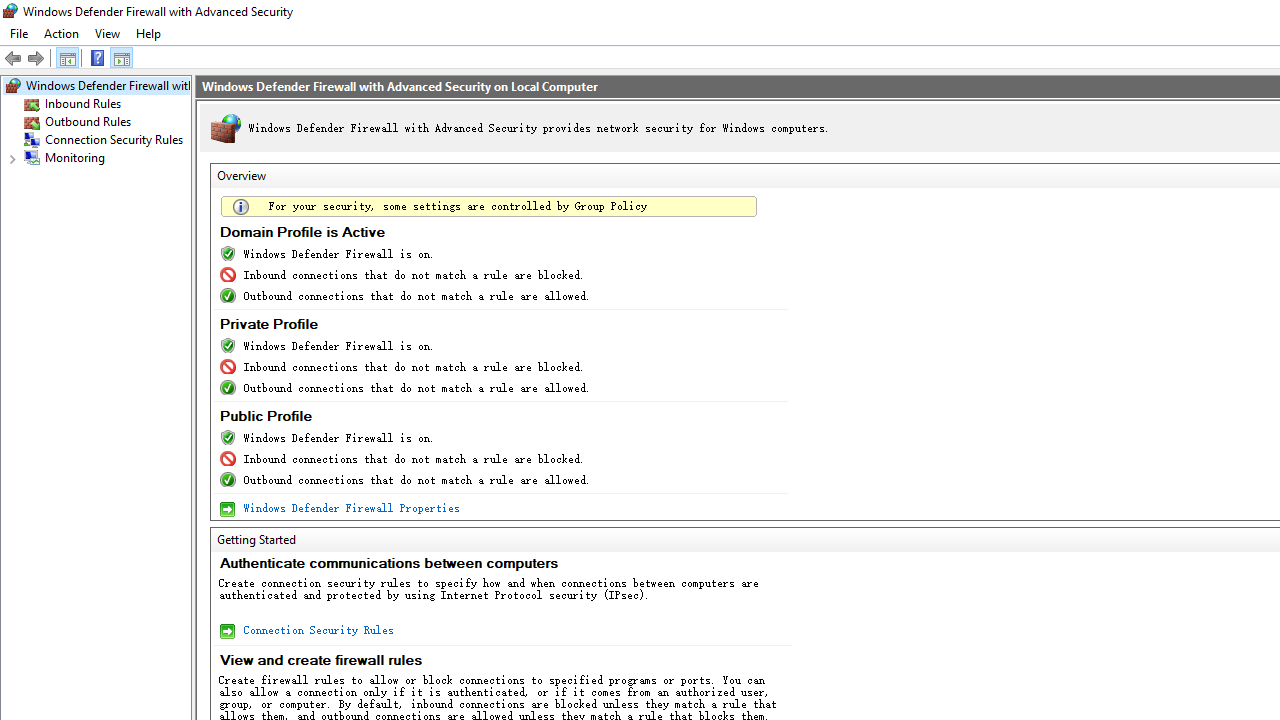 The image size is (1280, 720). I want to click on 'Show/Hide Console Tree', so click(67, 56).